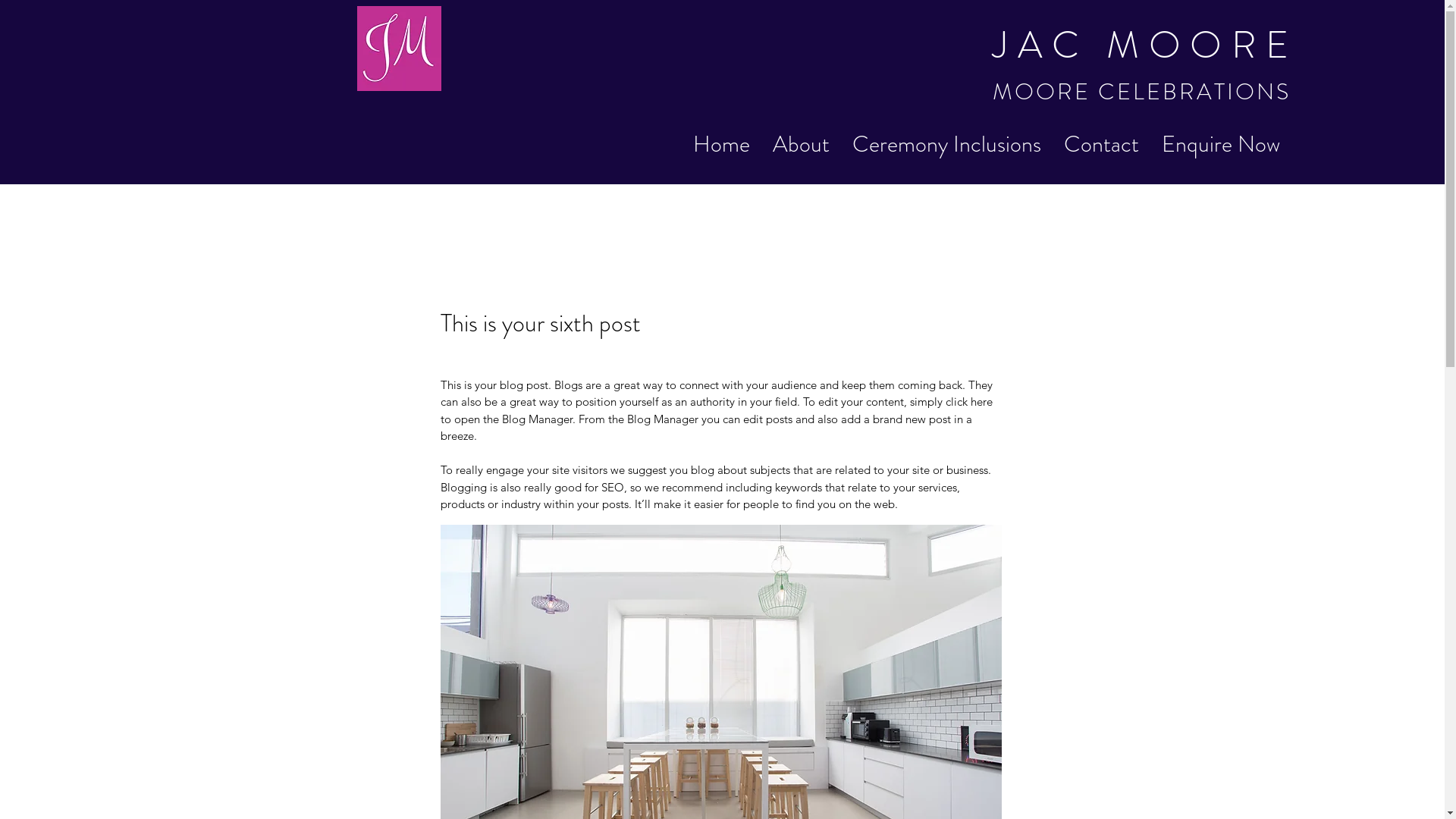 Image resolution: width=1456 pixels, height=819 pixels. I want to click on 'Home', so click(720, 144).